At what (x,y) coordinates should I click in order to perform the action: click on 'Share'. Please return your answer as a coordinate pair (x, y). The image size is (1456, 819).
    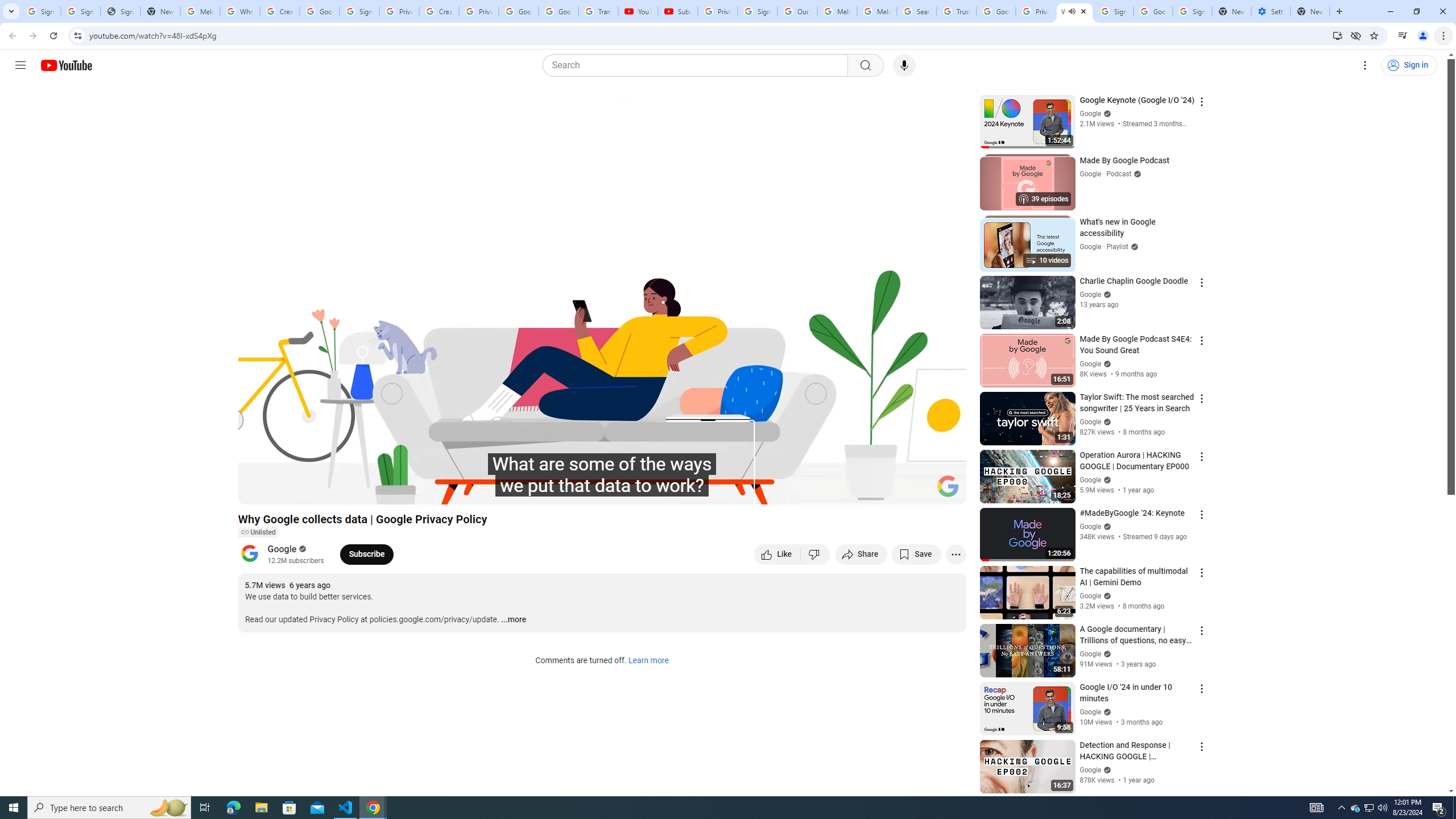
    Looking at the image, I should click on (861, 553).